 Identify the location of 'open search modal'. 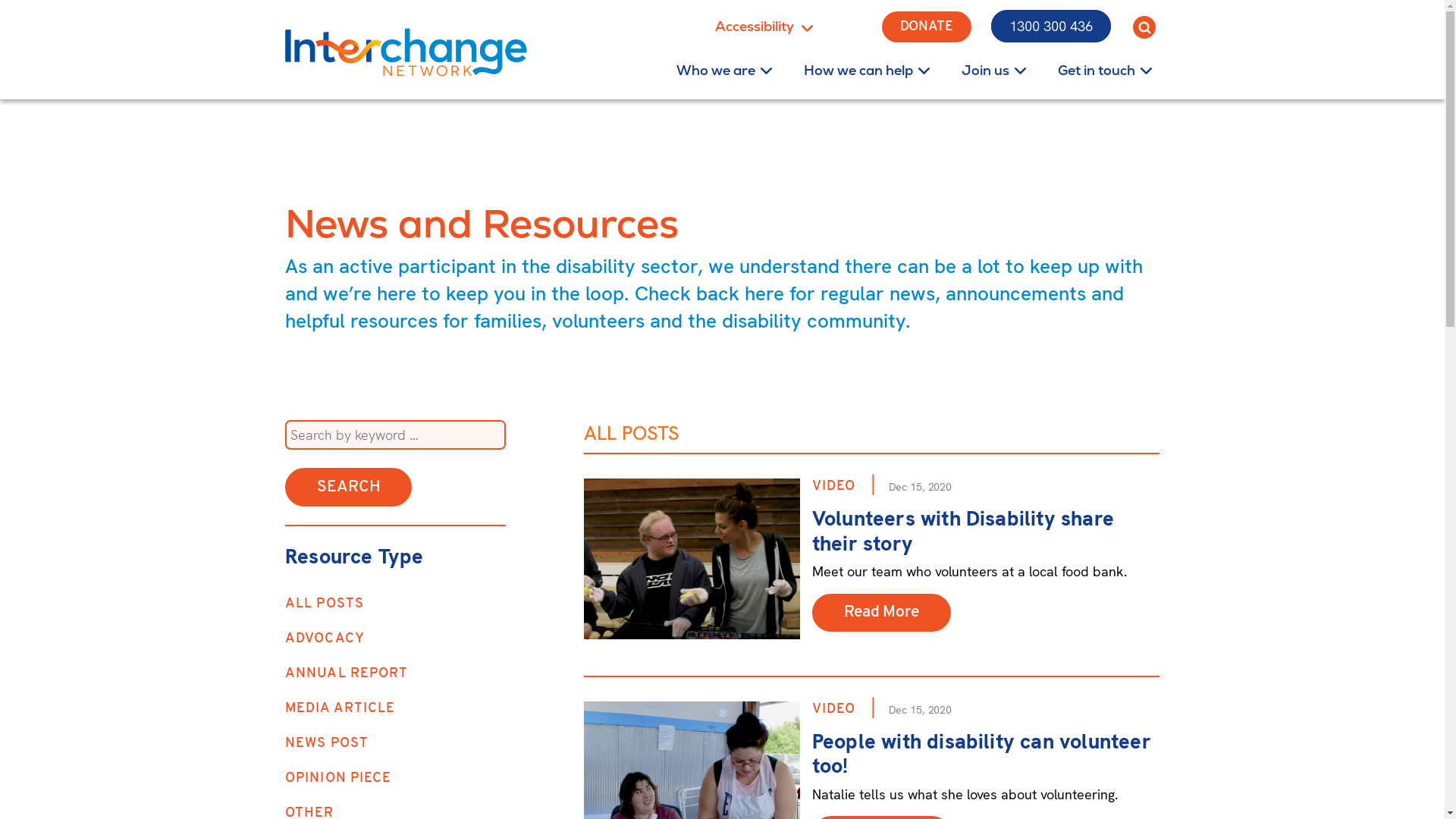
(1144, 26).